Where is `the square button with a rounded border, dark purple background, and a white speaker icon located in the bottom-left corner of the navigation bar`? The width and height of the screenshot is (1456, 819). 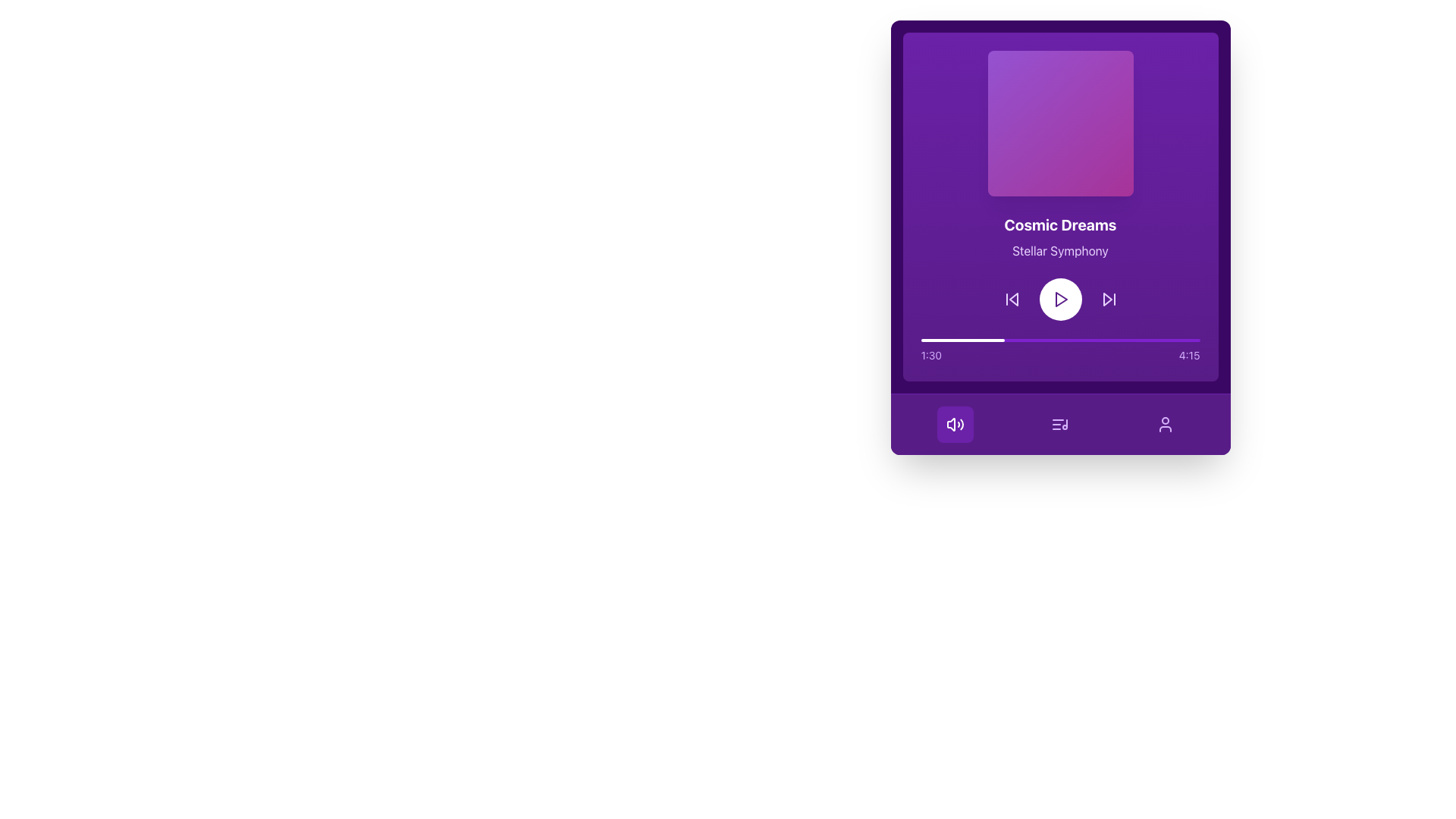 the square button with a rounded border, dark purple background, and a white speaker icon located in the bottom-left corner of the navigation bar is located at coordinates (954, 424).